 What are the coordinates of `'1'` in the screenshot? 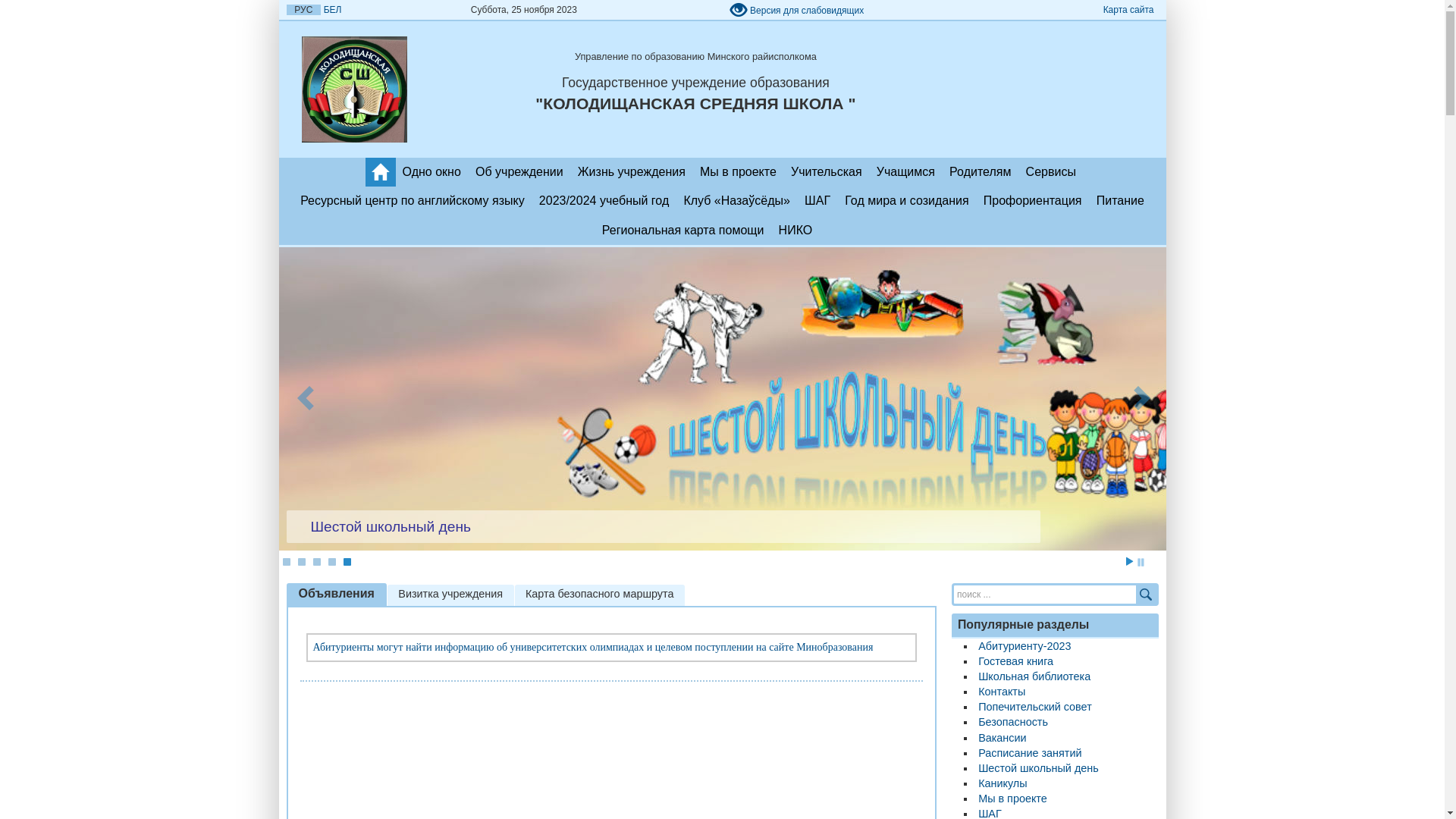 It's located at (286, 561).